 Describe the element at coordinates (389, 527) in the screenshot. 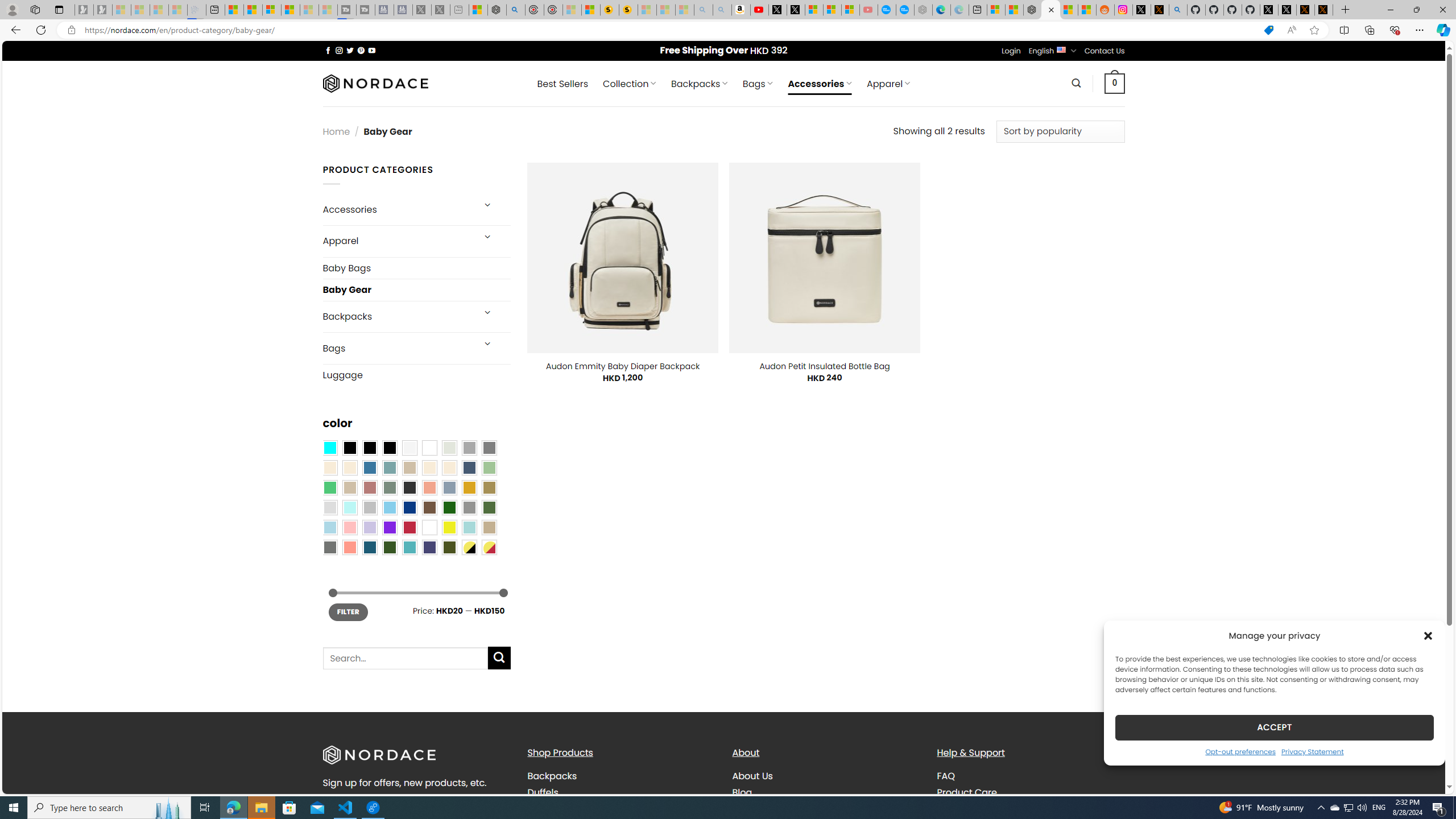

I see `'Purple'` at that location.